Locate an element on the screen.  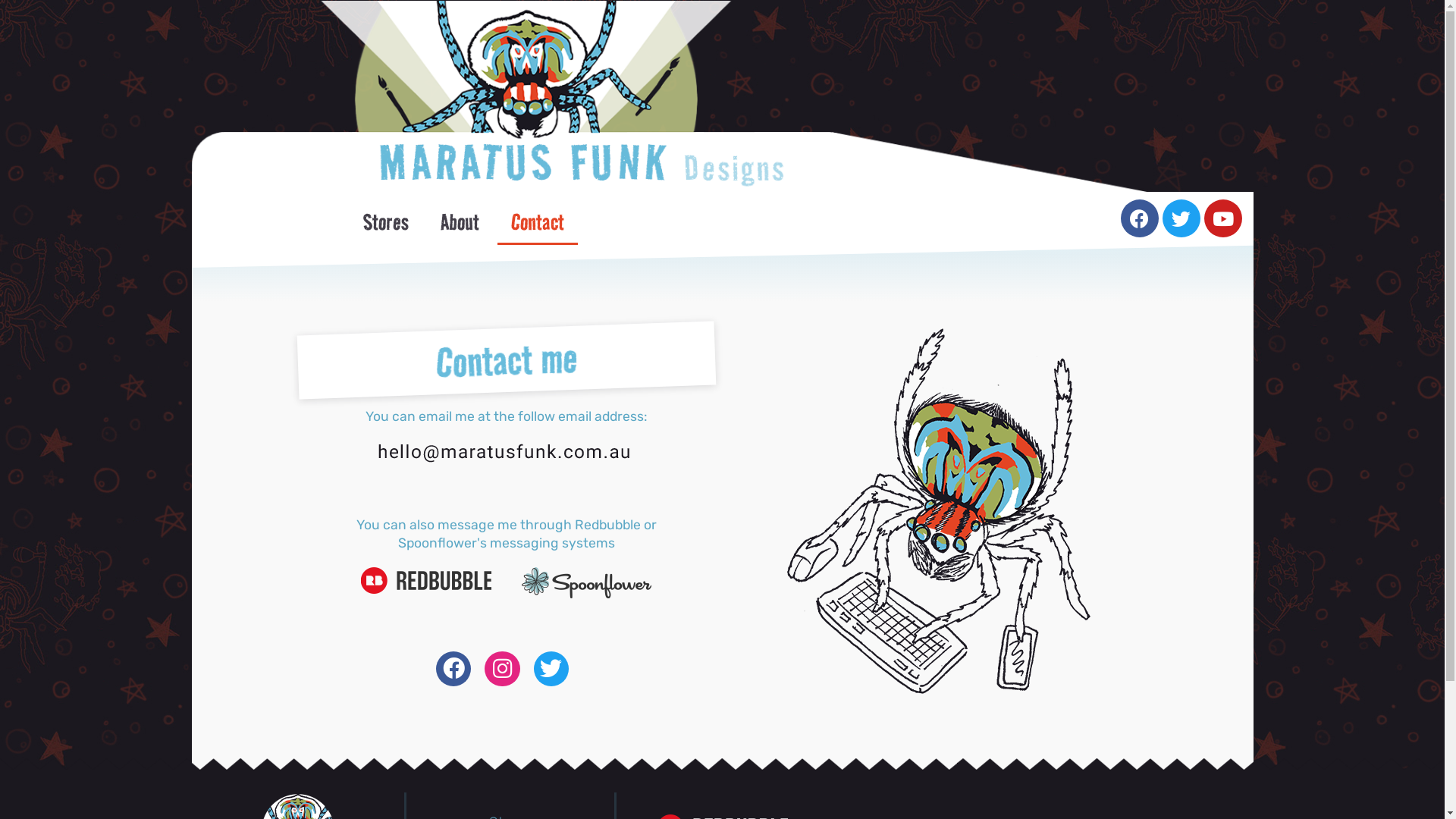
'Contact' is located at coordinates (538, 221).